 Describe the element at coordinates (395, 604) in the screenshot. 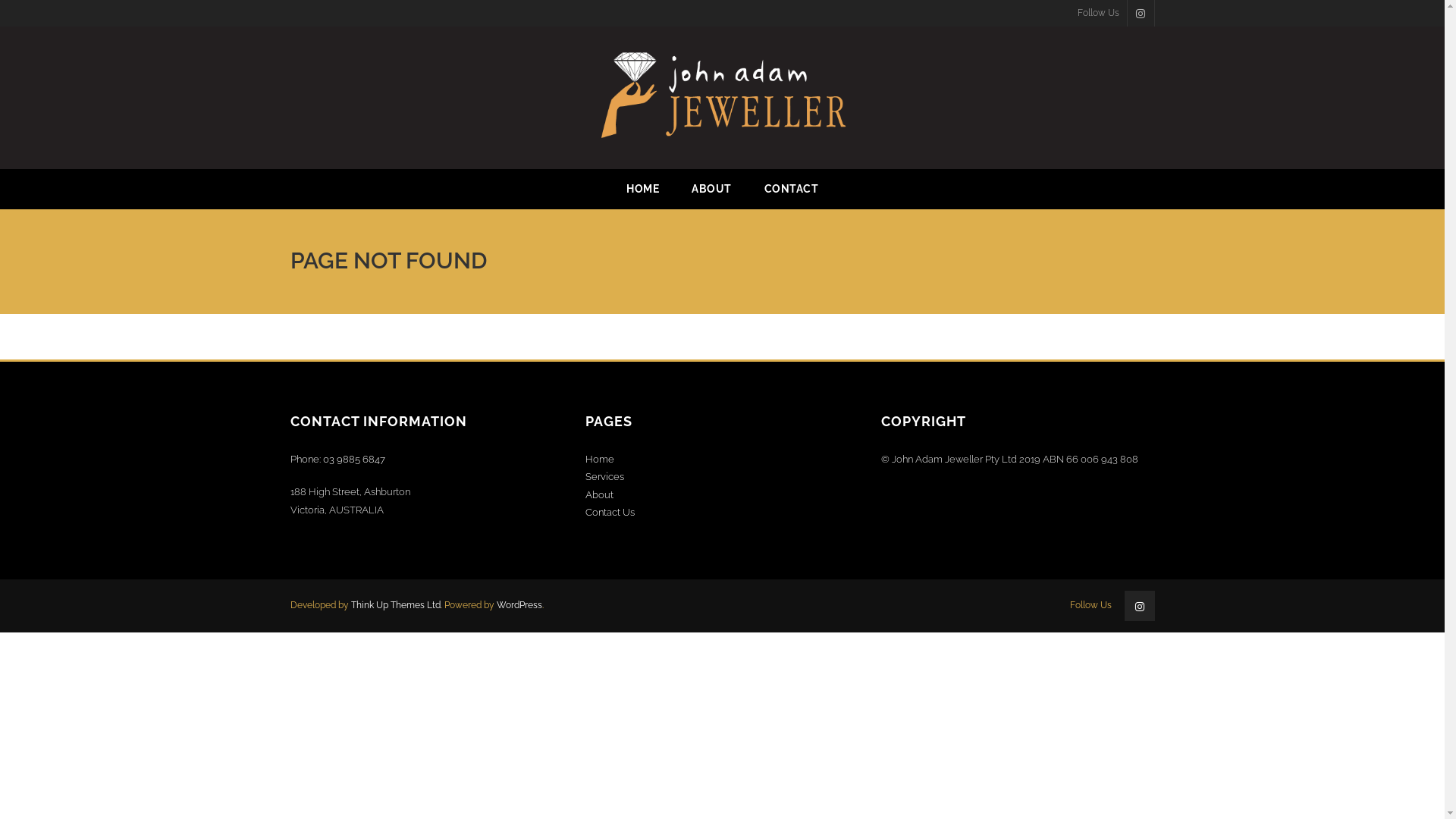

I see `'Think Up Themes Ltd'` at that location.